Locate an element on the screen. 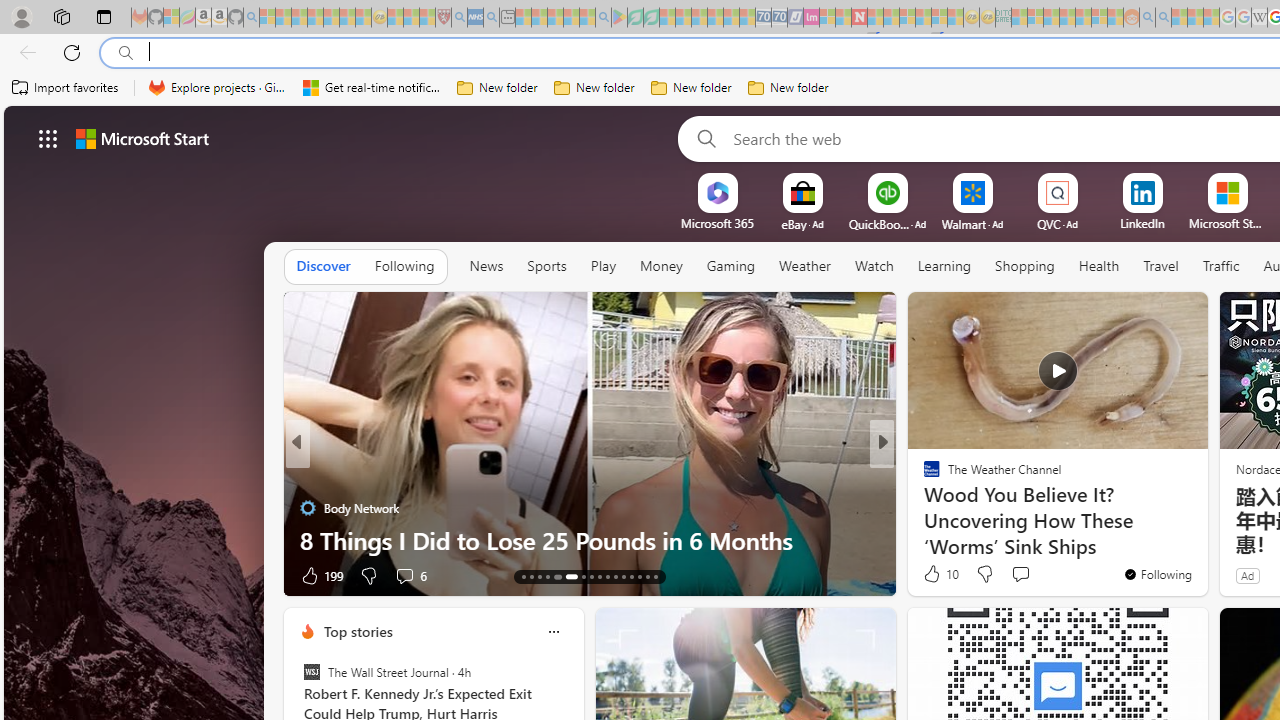 The image size is (1280, 720). 'View comments 10 Comment' is located at coordinates (1029, 575).